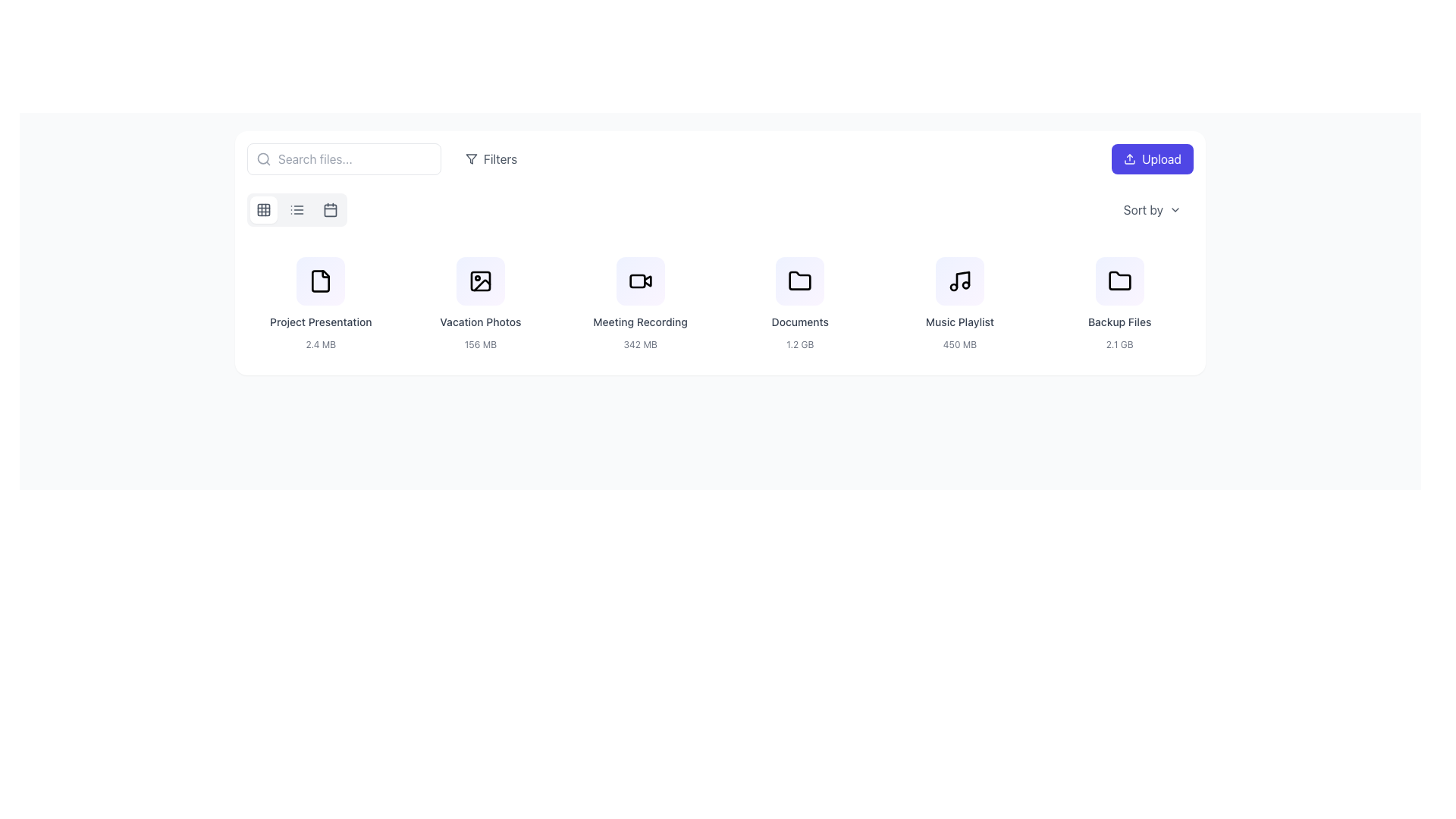 The image size is (1456, 819). Describe the element at coordinates (799, 281) in the screenshot. I see `the folder icon within the fourth document card labeled 'Documents'` at that location.